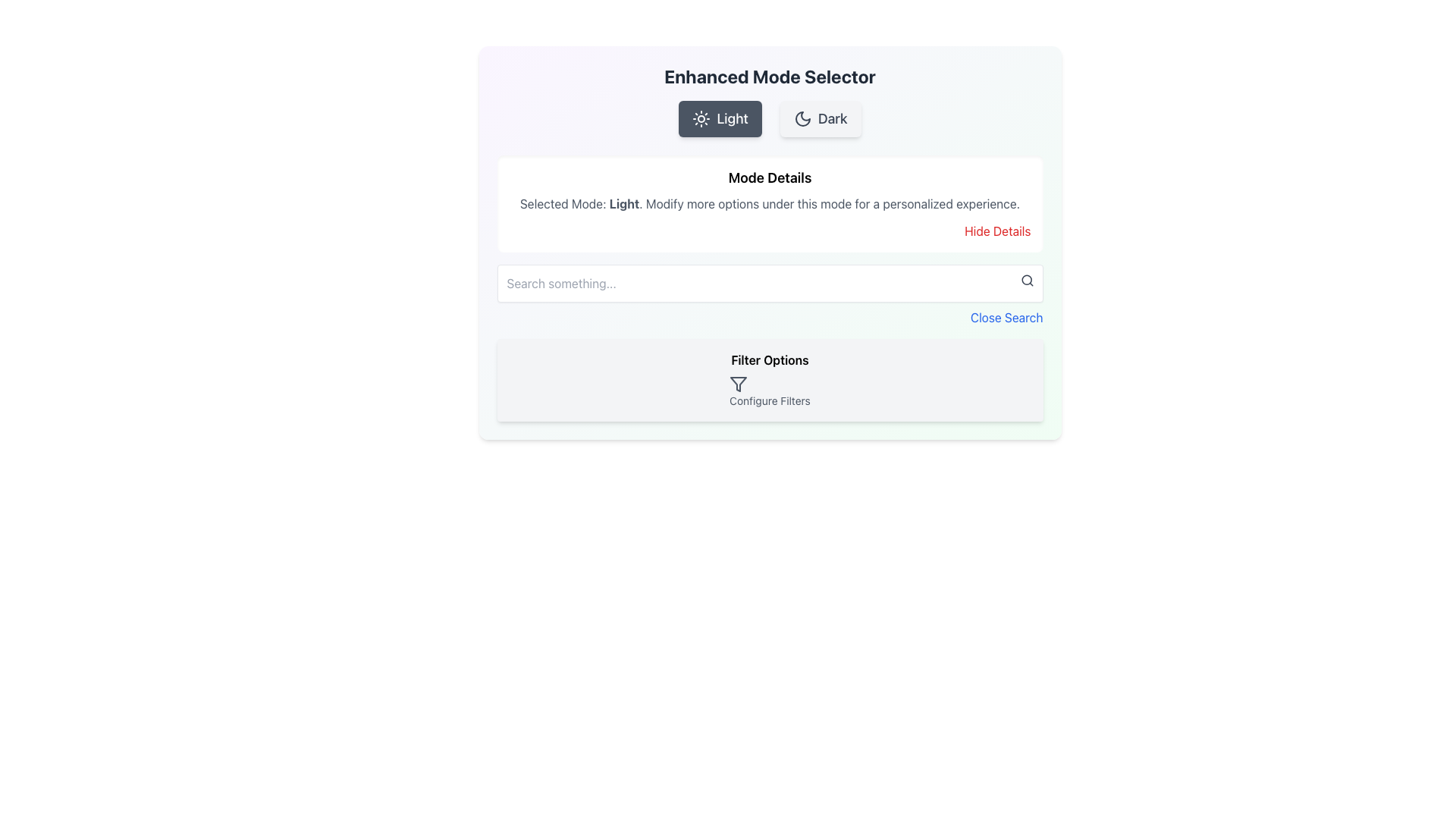 The image size is (1456, 819). What do you see at coordinates (770, 379) in the screenshot?
I see `the 'Configure Filters' link within the card-like section labeled 'Filter Options'` at bounding box center [770, 379].